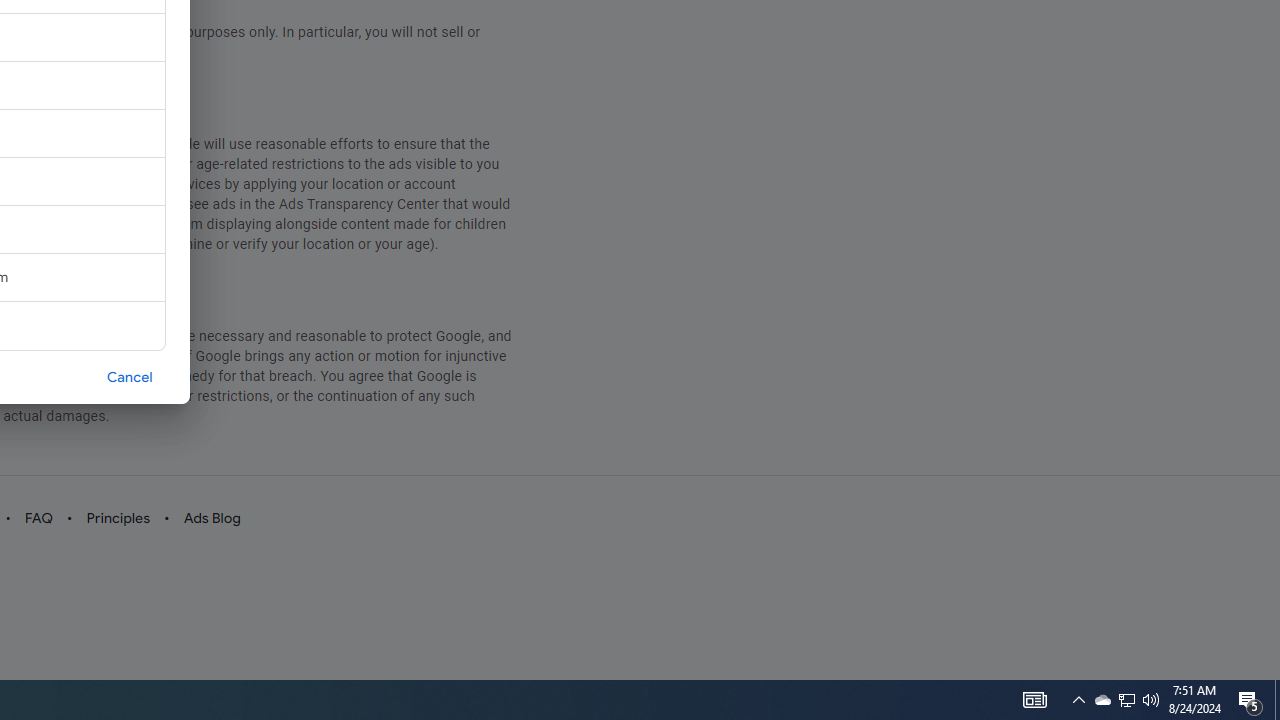 The image size is (1280, 720). I want to click on 'Cancel', so click(128, 376).